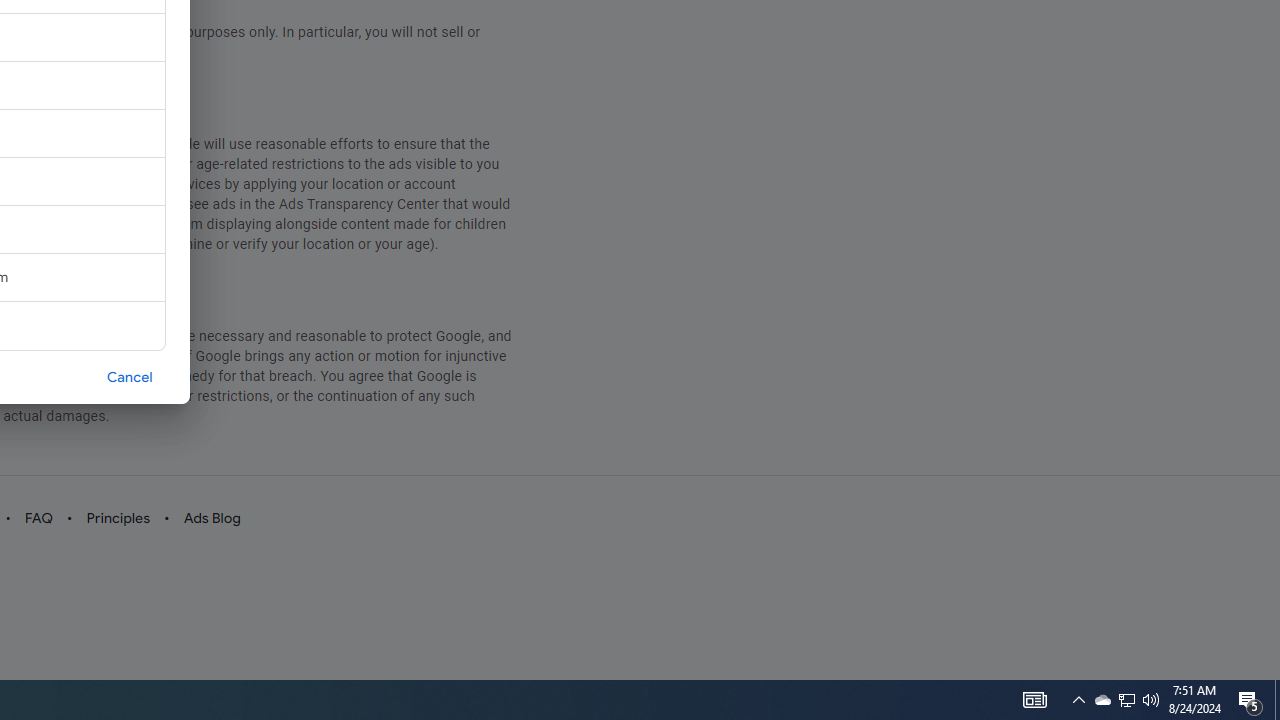 The image size is (1280, 720). I want to click on 'Cancel', so click(128, 376).